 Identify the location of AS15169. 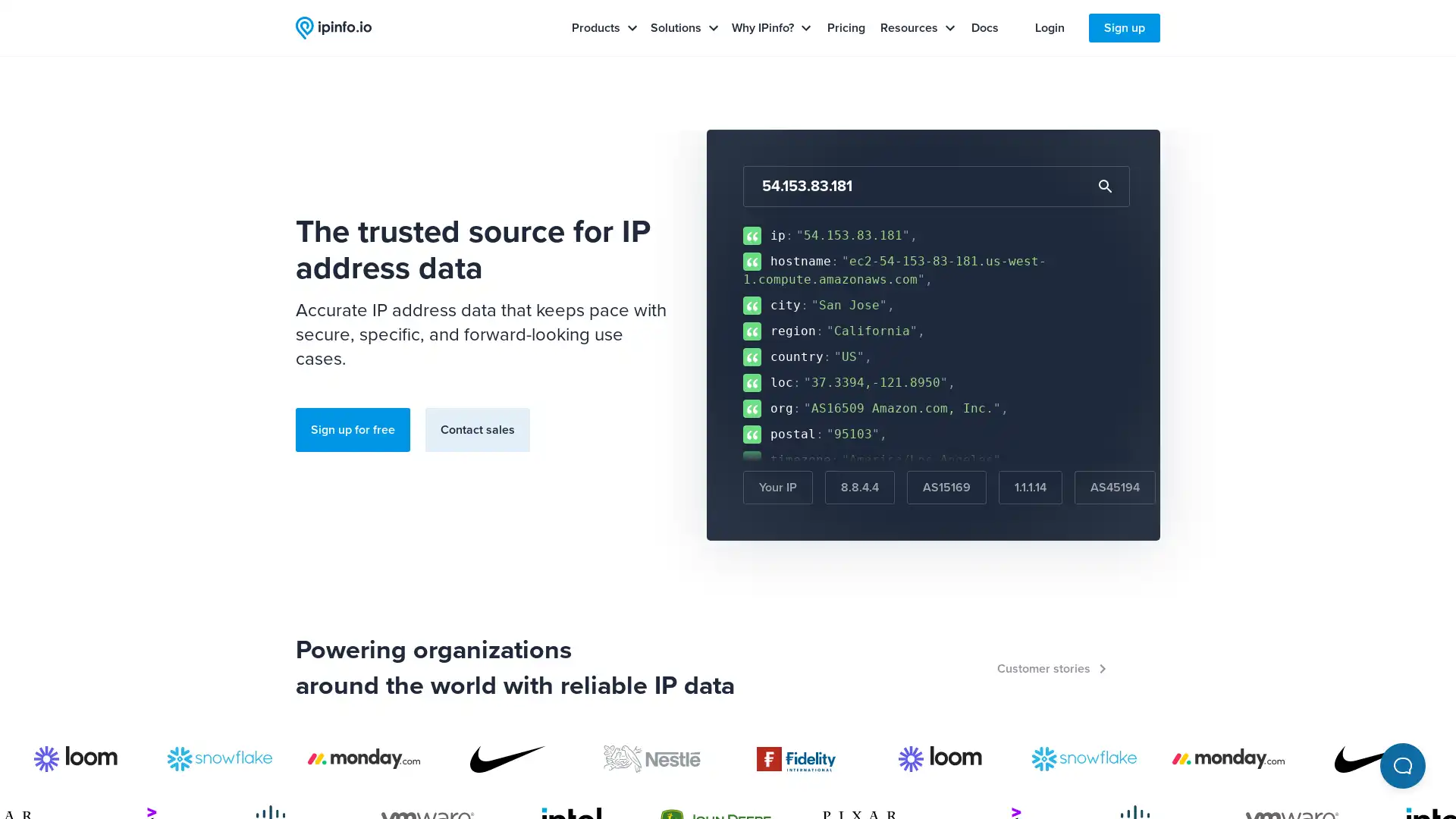
(946, 488).